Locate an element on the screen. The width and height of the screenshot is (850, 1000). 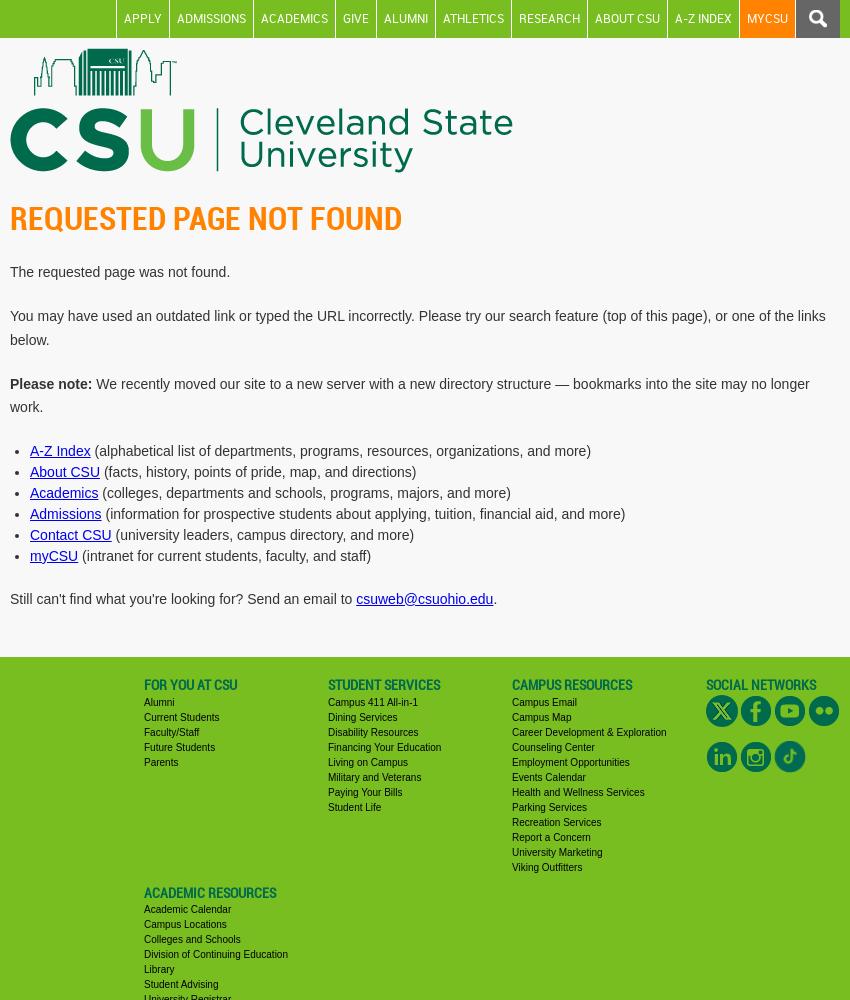
'Employment Opportunities' is located at coordinates (570, 761).